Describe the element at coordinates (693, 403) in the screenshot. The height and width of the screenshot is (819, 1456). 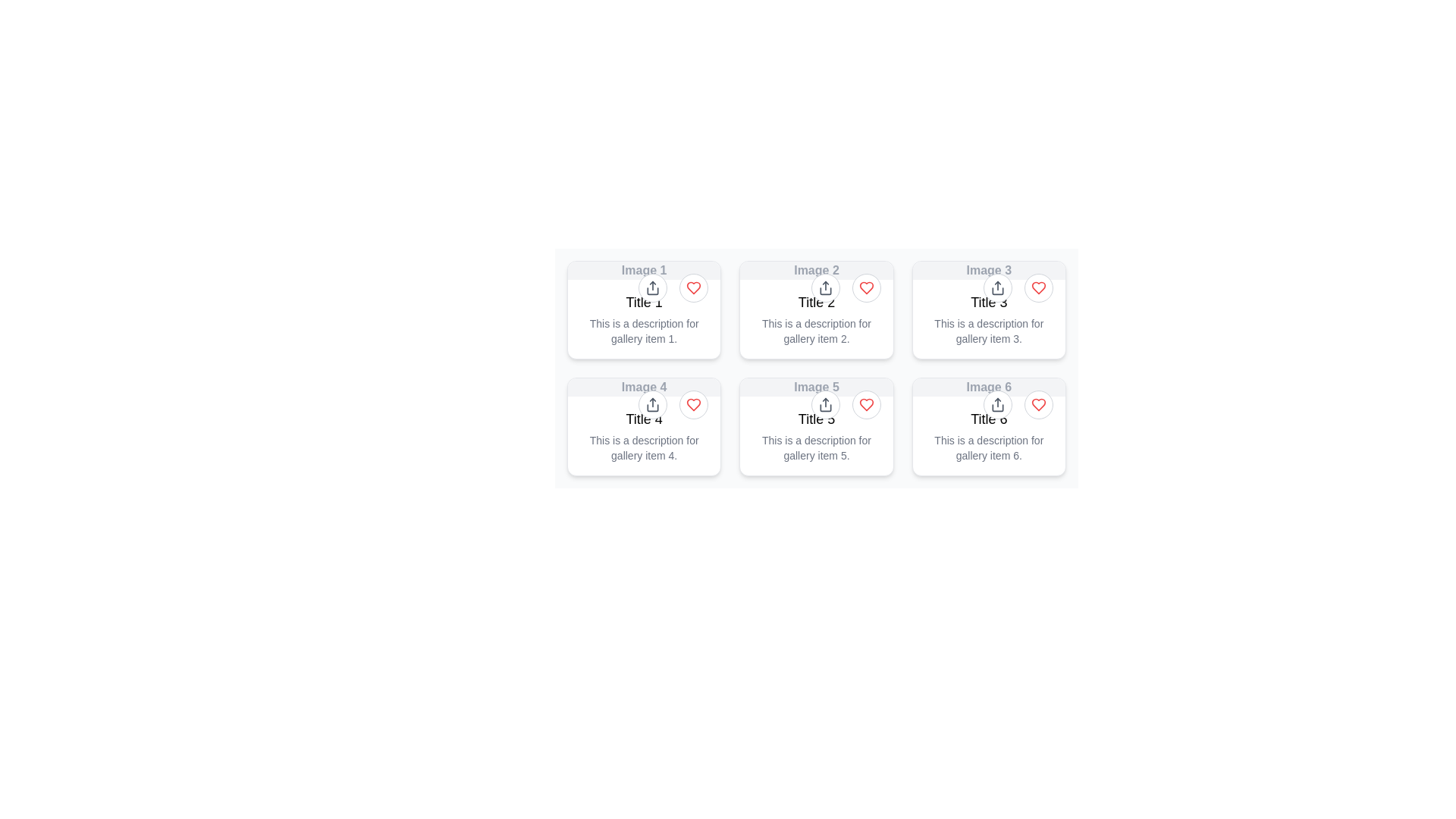
I see `the heart icon button located at the top-right corner of the fourth tile in the item grid` at that location.